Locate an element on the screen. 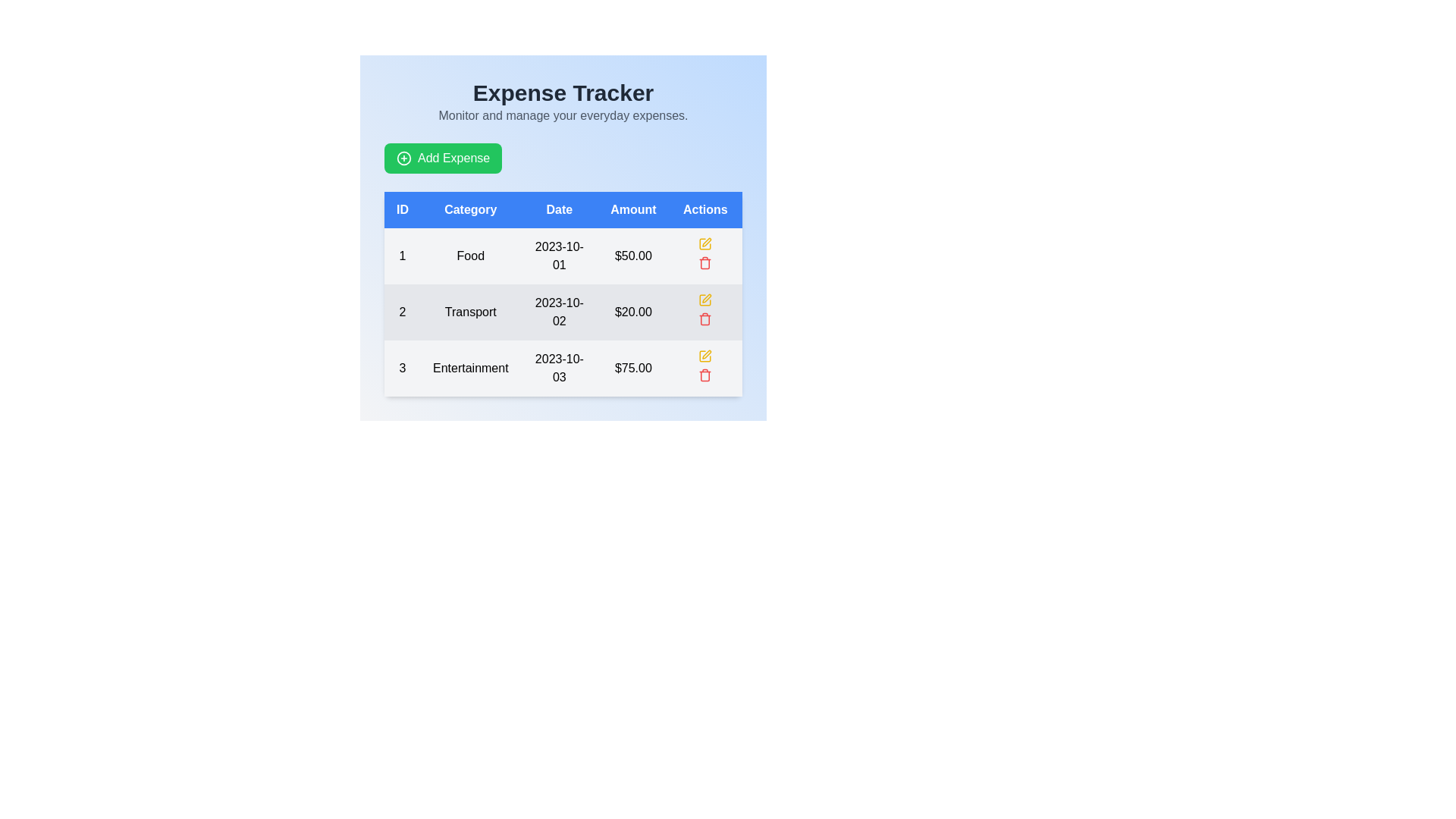  the 'ID' column header label, which is the first element in the header row of the table is located at coordinates (403, 210).